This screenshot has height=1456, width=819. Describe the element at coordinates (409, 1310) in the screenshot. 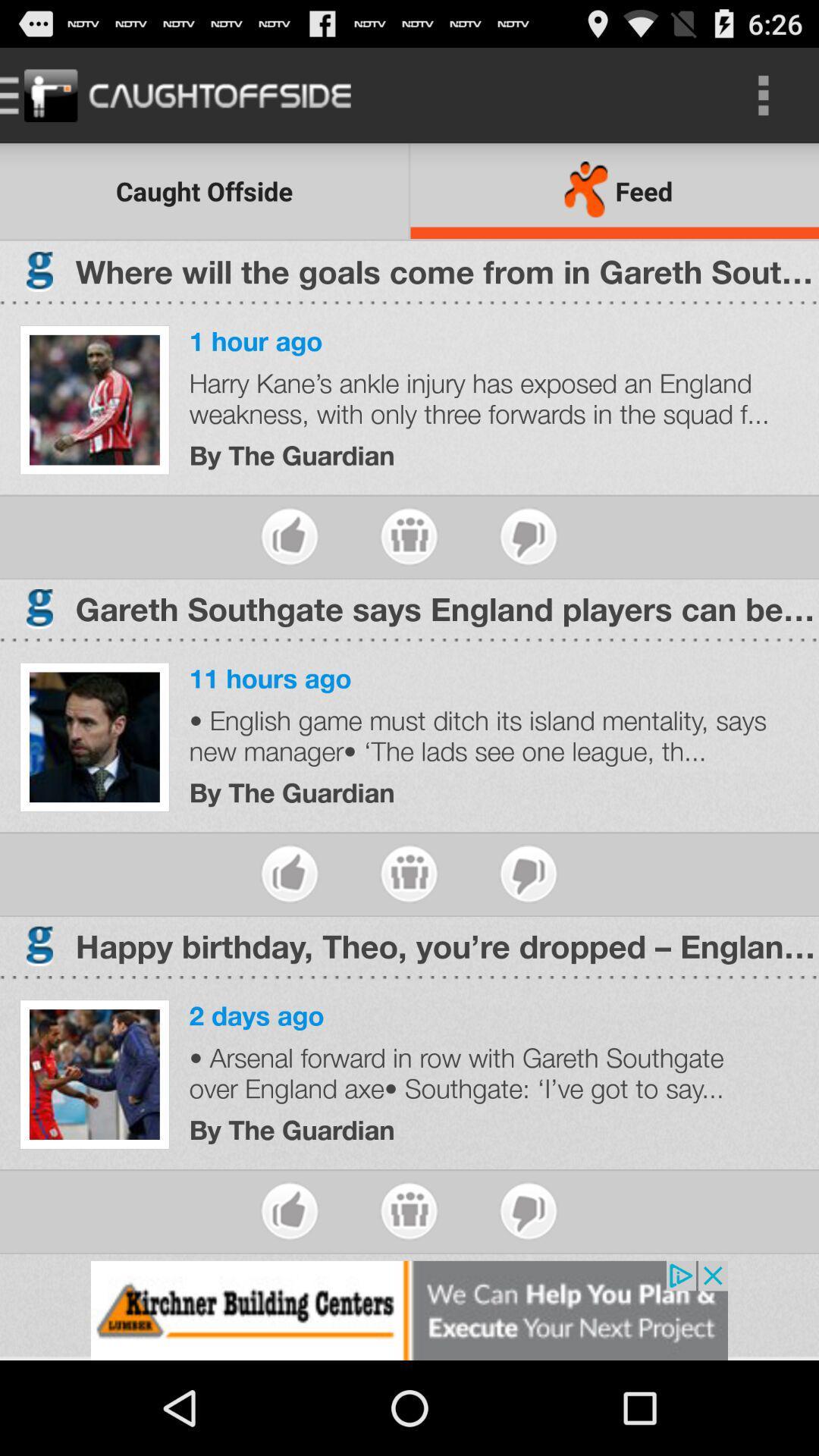

I see `the advertisement` at that location.